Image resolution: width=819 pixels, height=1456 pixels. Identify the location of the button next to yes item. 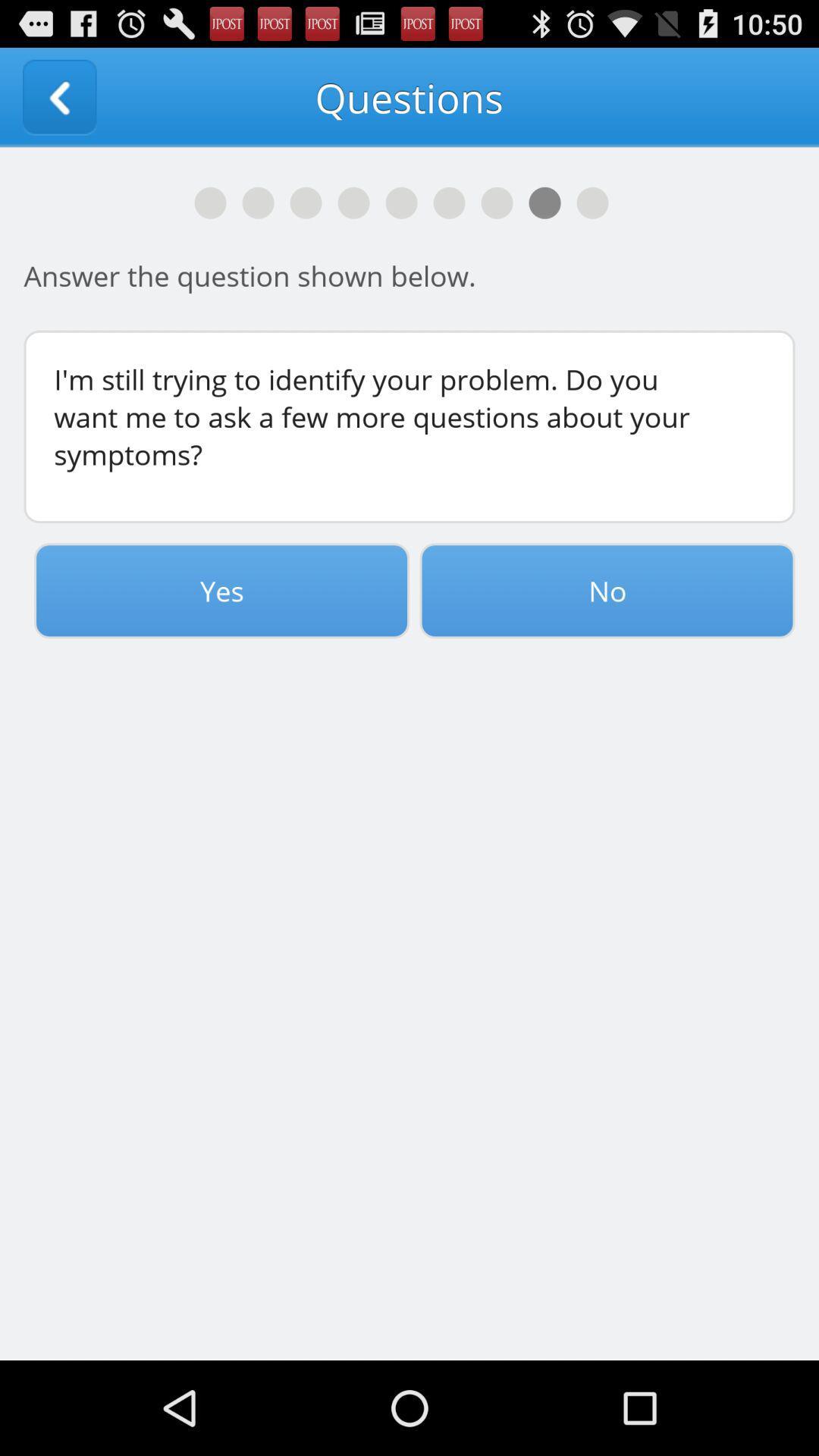
(607, 590).